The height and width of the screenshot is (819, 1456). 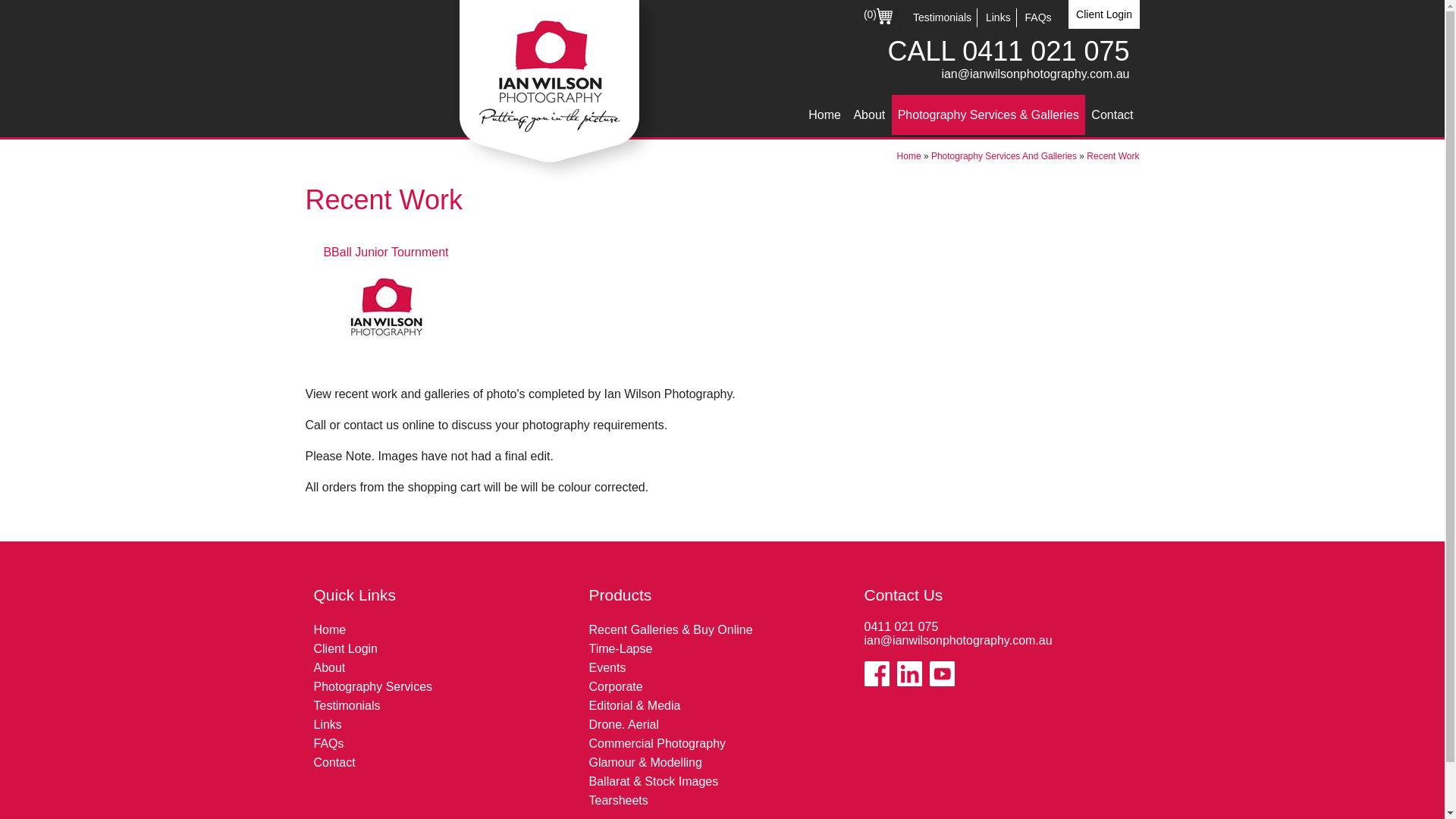 I want to click on 'Links', so click(x=327, y=723).